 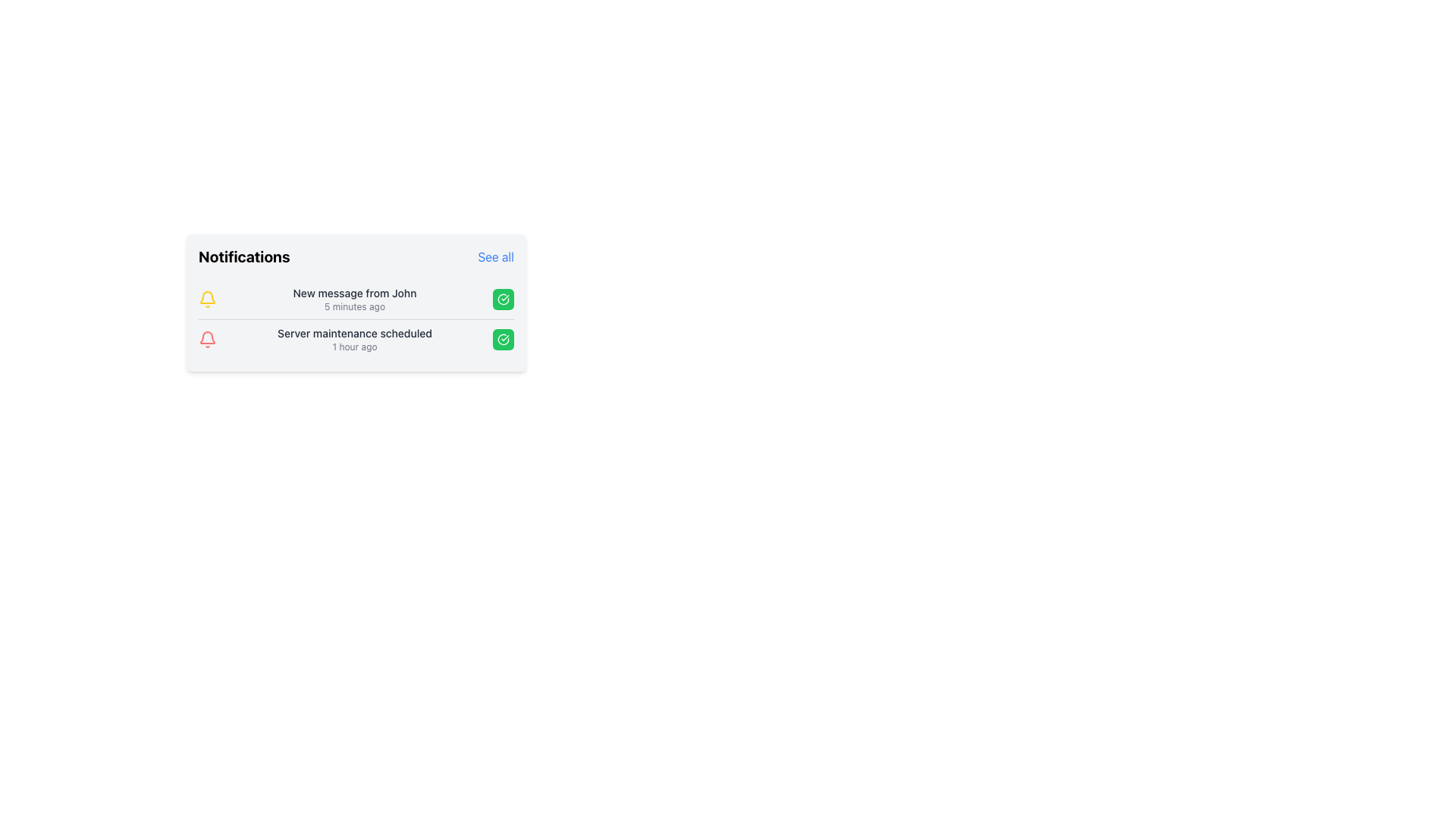 I want to click on the circular arc of the green checkmark icon located on the right of the notification indicating 'Server maintenance scheduled', so click(x=503, y=299).